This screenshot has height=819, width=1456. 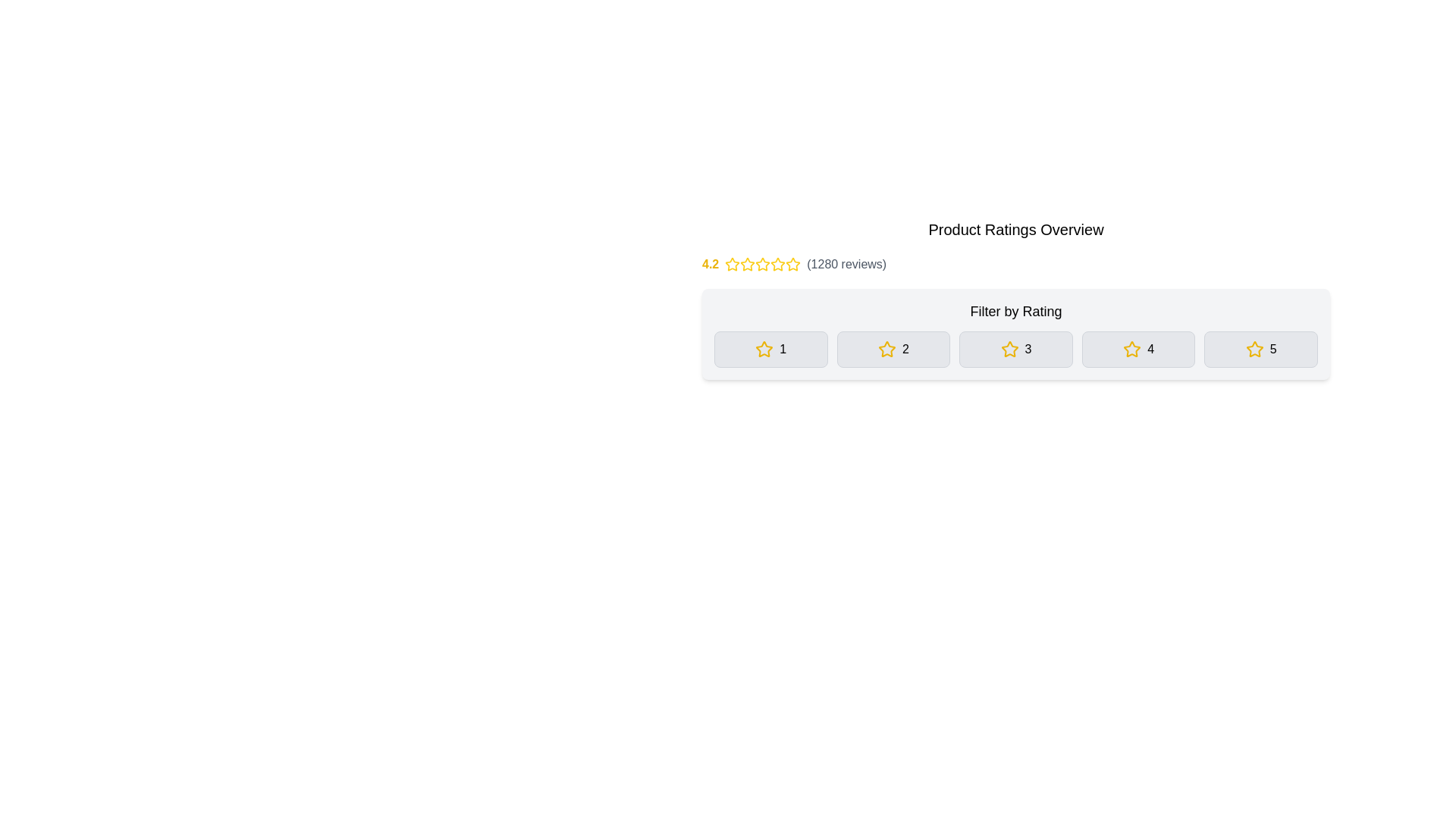 What do you see at coordinates (792, 263) in the screenshot?
I see `the fourth star icon in the rating system, which is outlined in yellow with a white core, located in the top center area of the interface` at bounding box center [792, 263].